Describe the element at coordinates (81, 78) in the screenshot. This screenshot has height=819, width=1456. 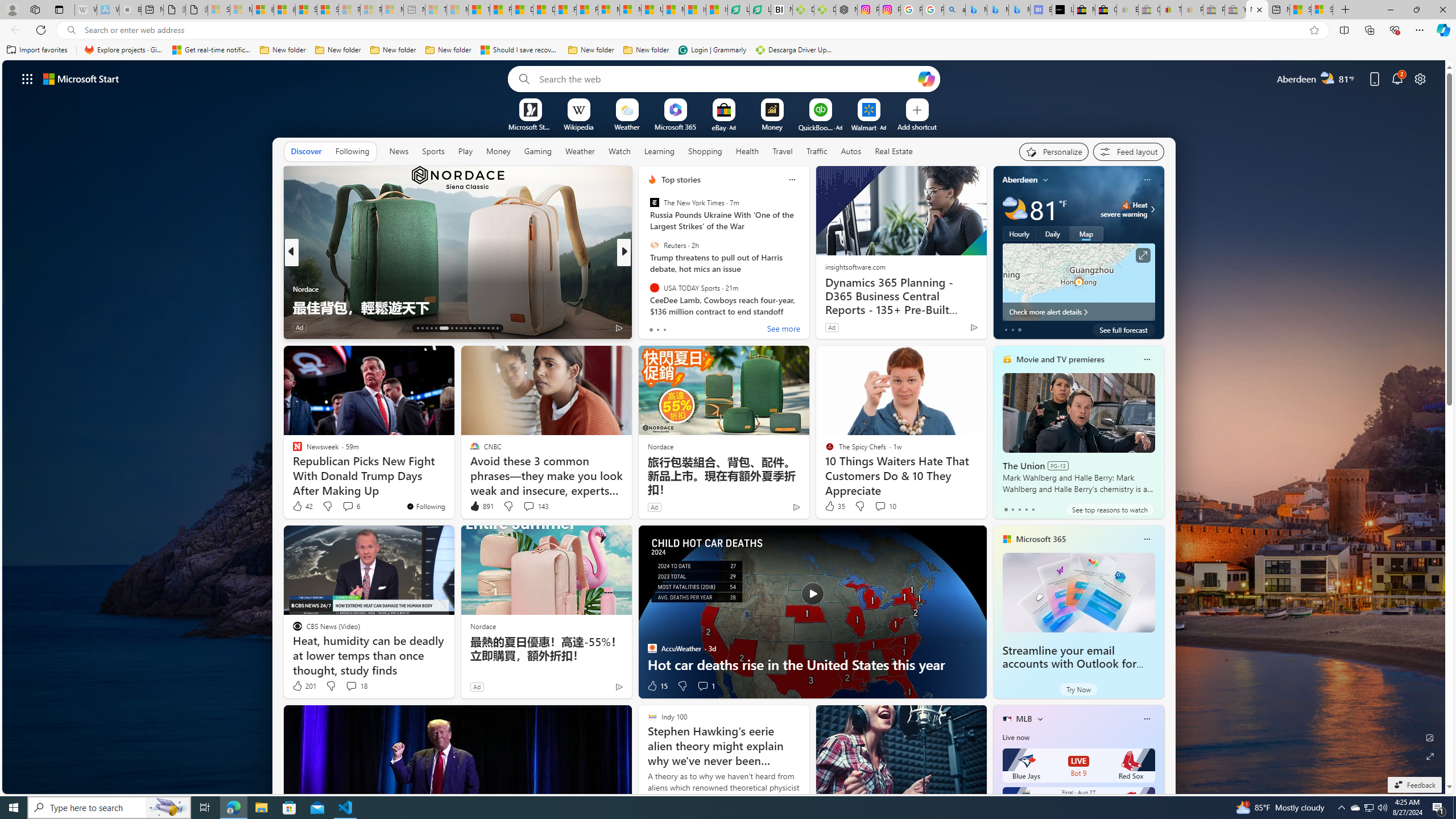
I see `'Microsoft start'` at that location.